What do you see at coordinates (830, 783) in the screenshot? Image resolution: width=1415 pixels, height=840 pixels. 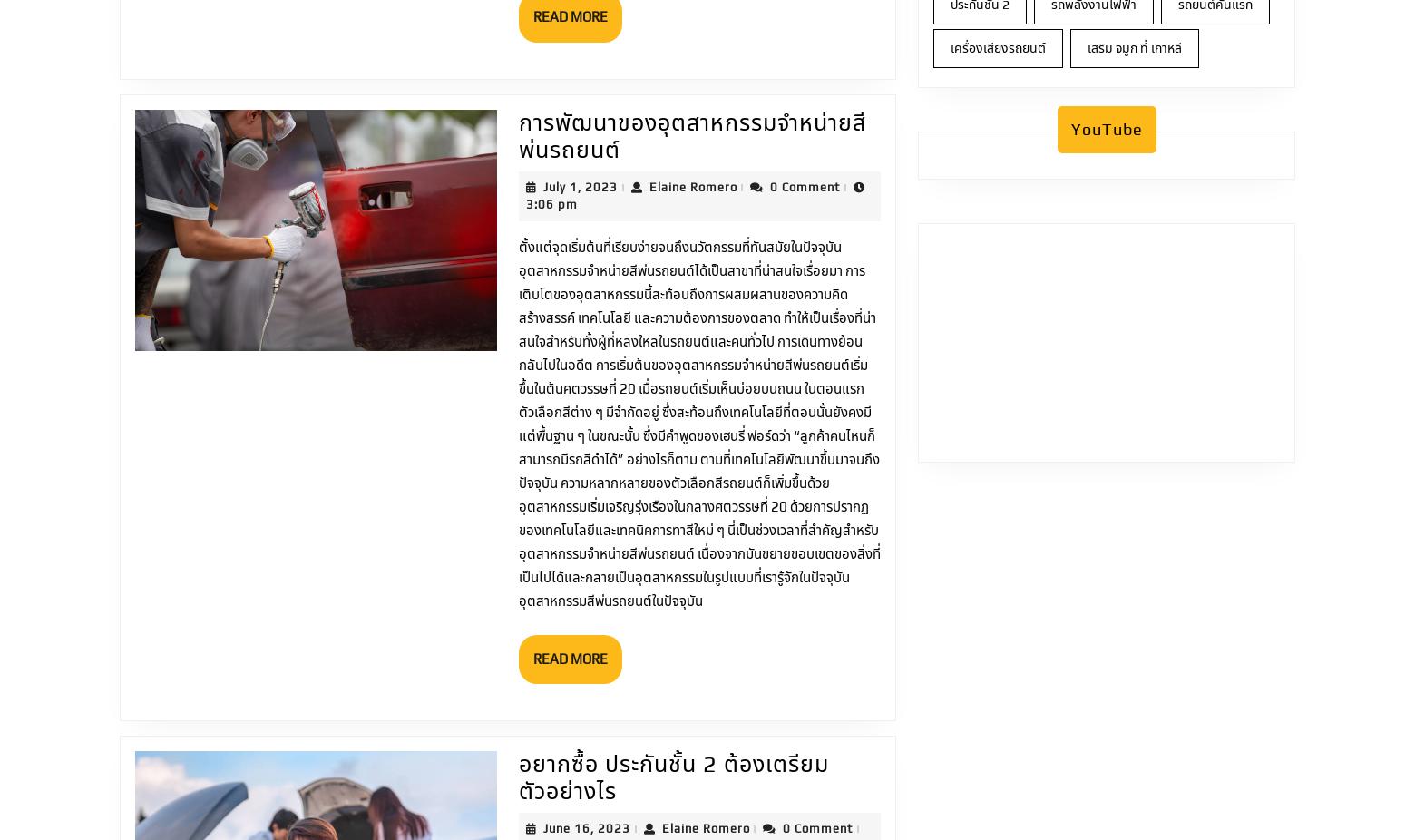 I see `'116/7 Soi Sukhumvit 23., Watthana, Bangkok'` at bounding box center [830, 783].